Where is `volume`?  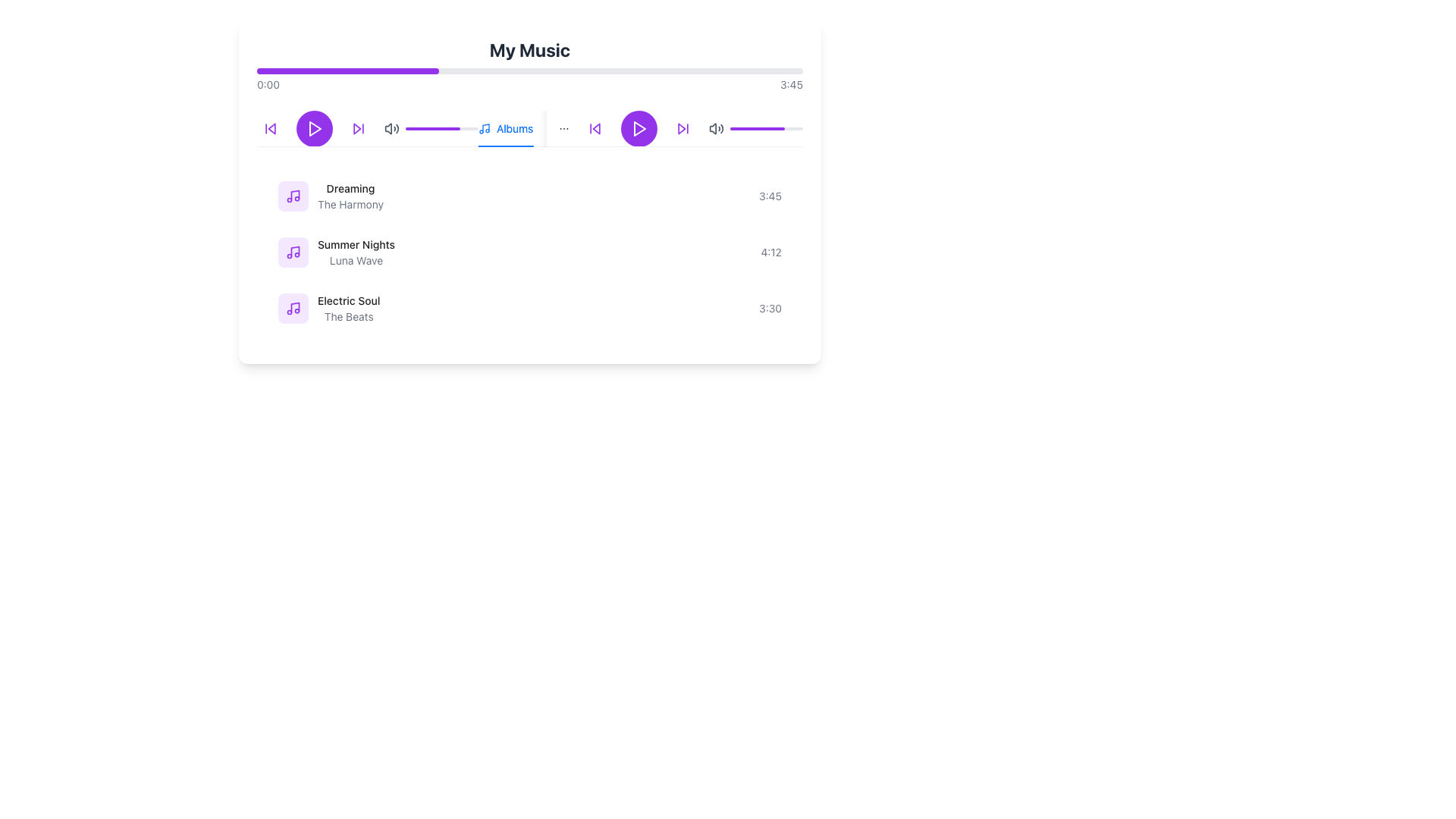
volume is located at coordinates (789, 127).